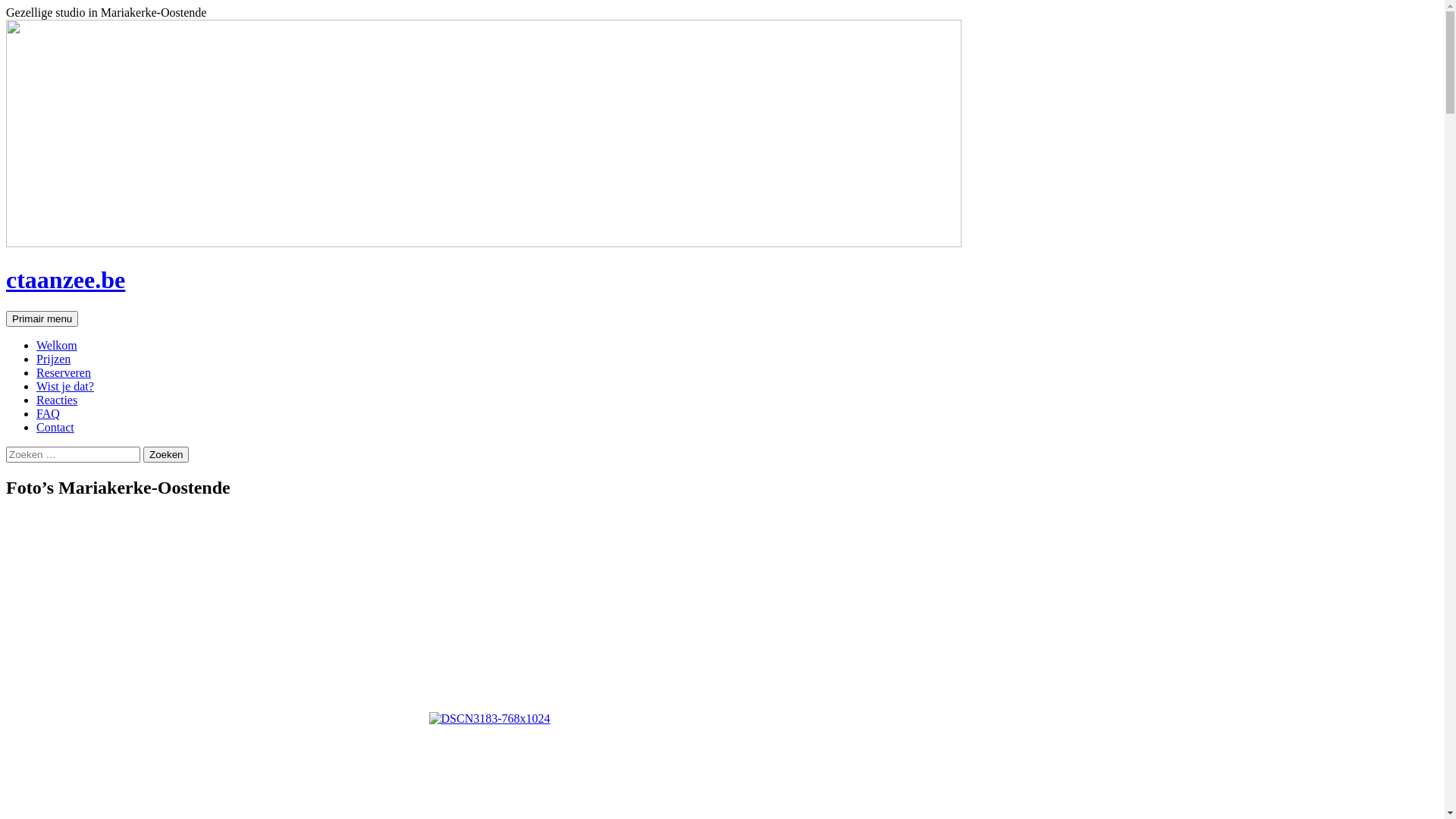 The width and height of the screenshot is (1456, 819). Describe the element at coordinates (64, 385) in the screenshot. I see `'Wist je dat?'` at that location.